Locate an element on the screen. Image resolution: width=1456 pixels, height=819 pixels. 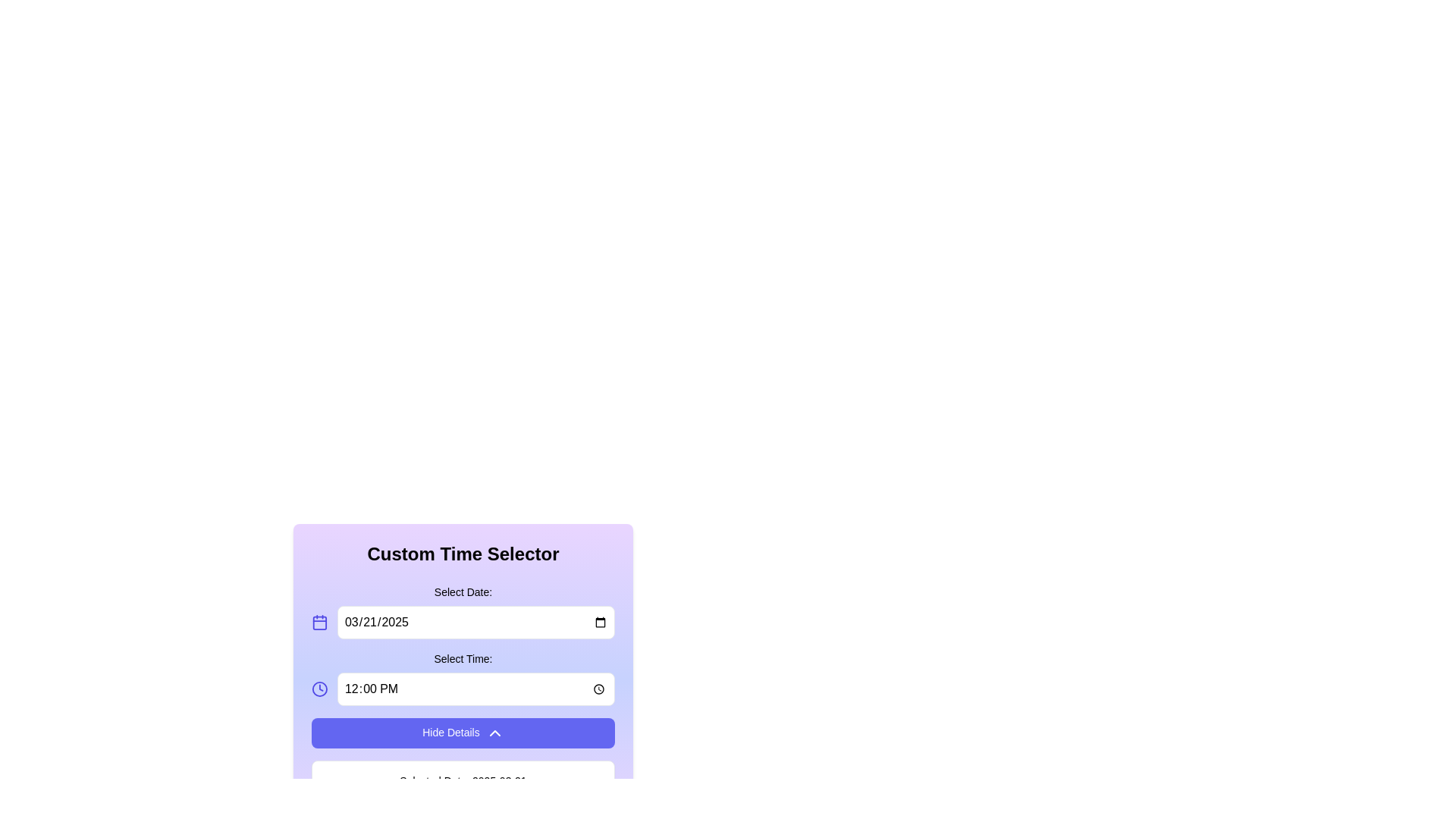
the state of the collapse icon located above the 'Hide Details' button at the bottom of the modal interface is located at coordinates (494, 733).